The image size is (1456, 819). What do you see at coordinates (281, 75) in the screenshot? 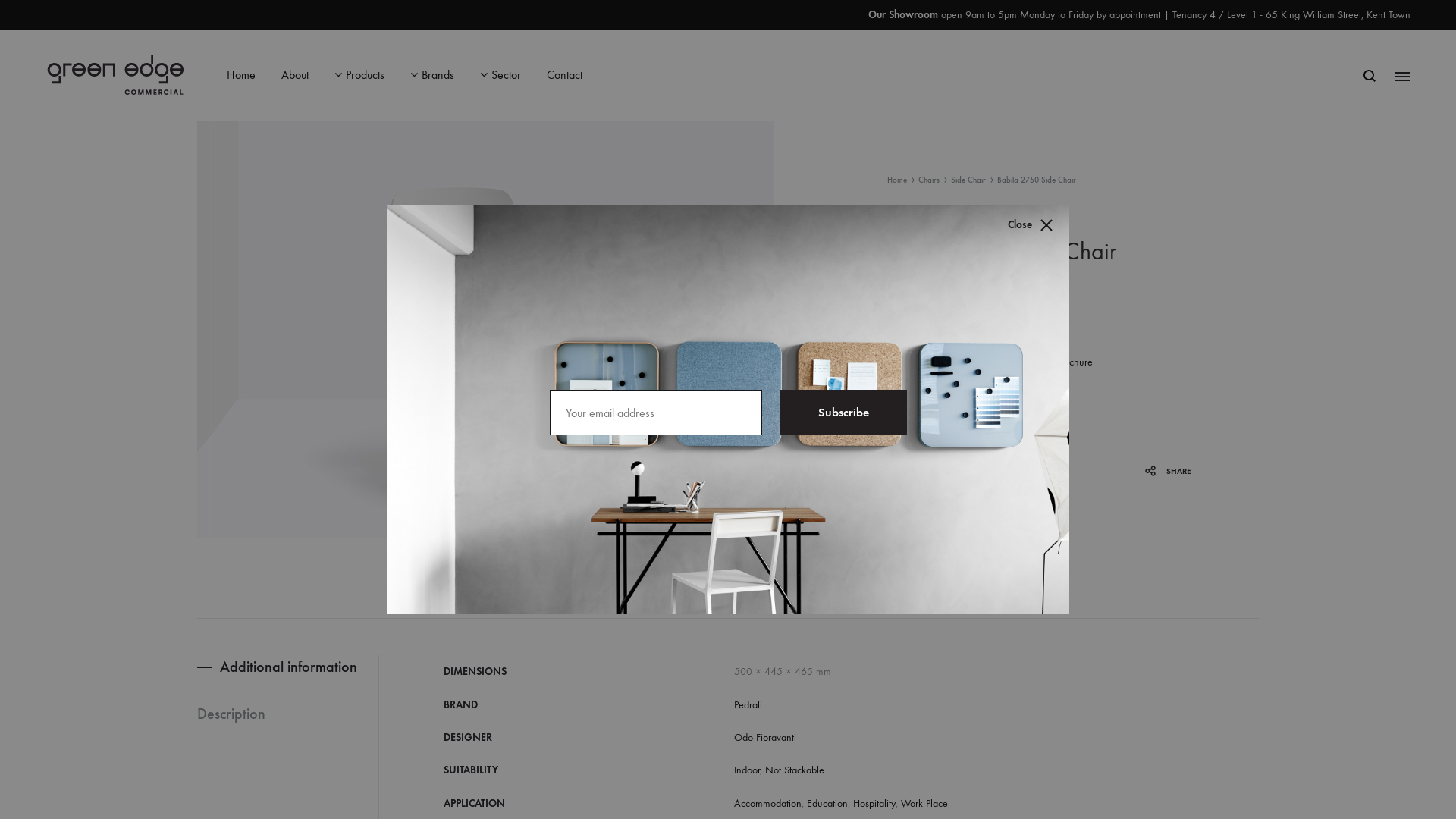
I see `'About'` at bounding box center [281, 75].